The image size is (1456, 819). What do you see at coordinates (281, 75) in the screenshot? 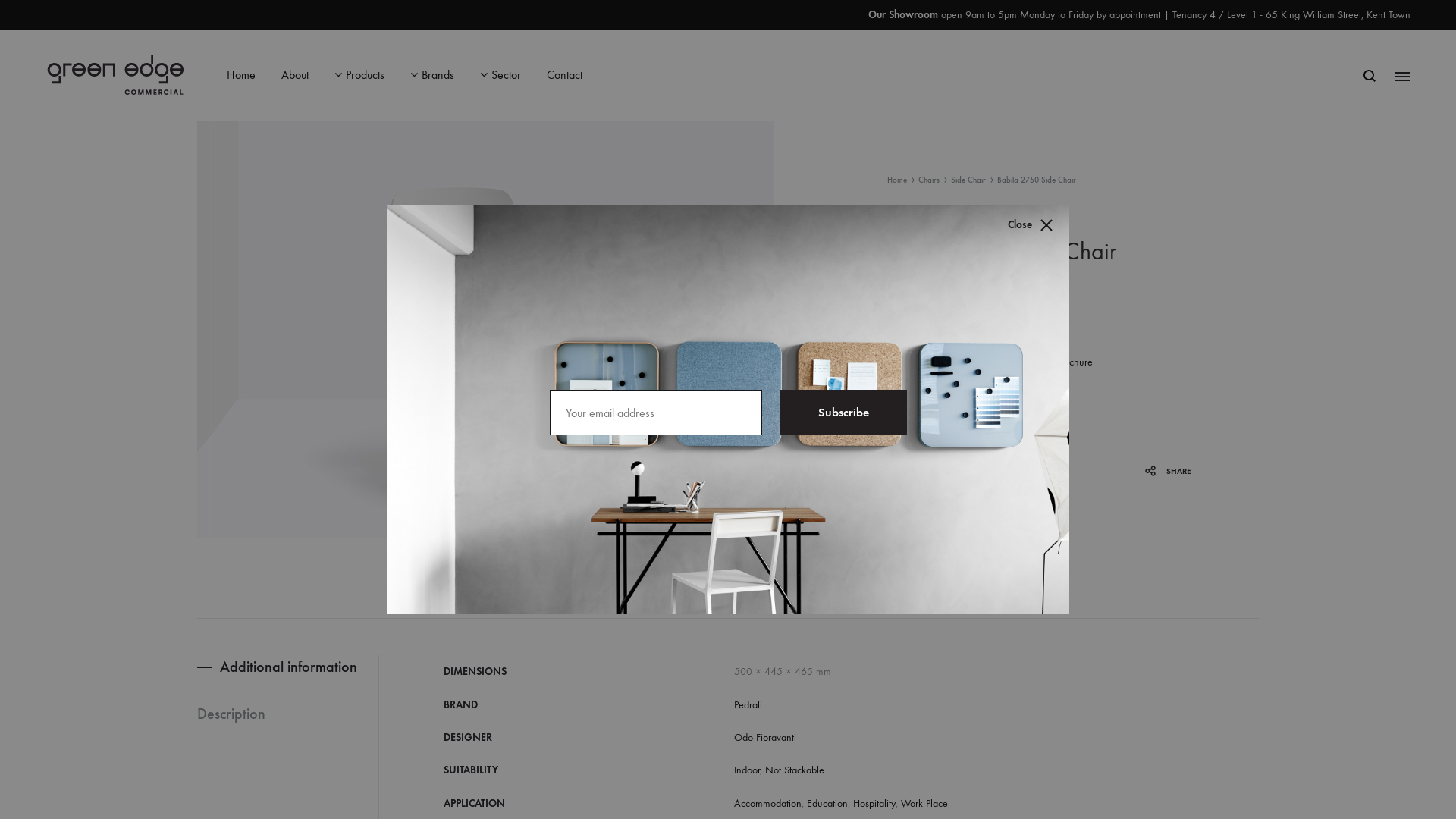
I see `'About'` at bounding box center [281, 75].